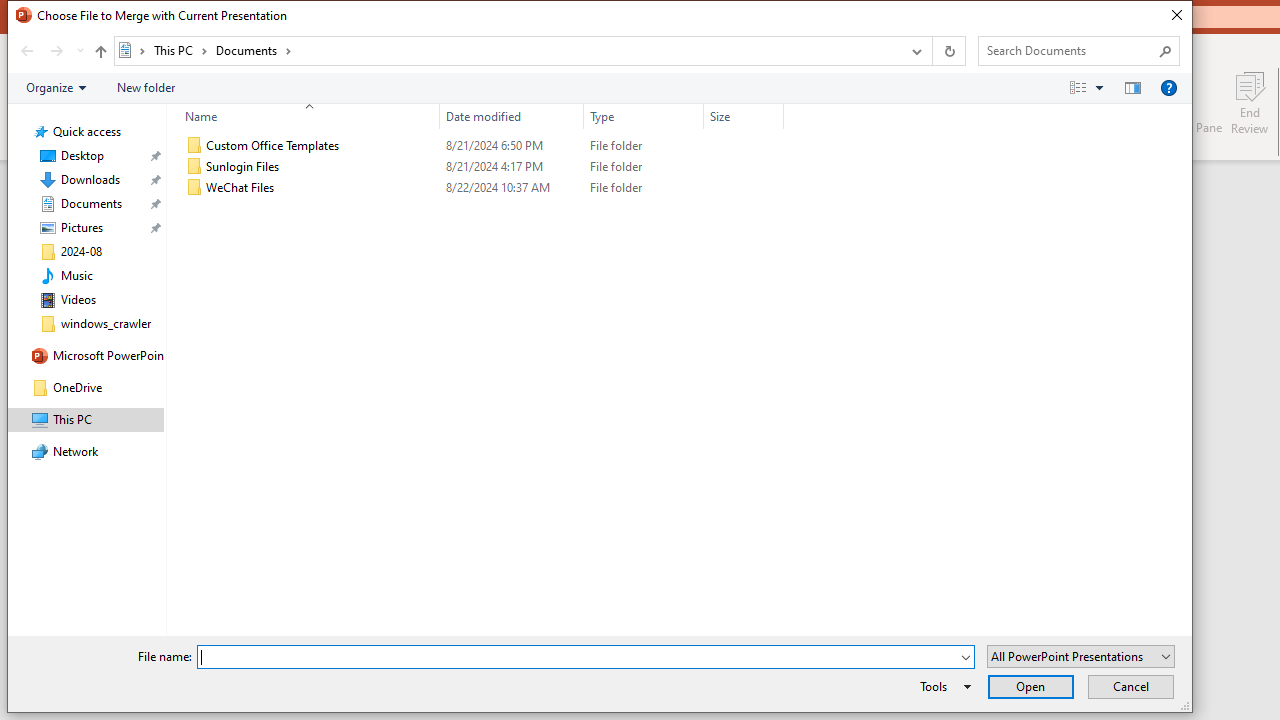  I want to click on 'New folder', so click(144, 86).